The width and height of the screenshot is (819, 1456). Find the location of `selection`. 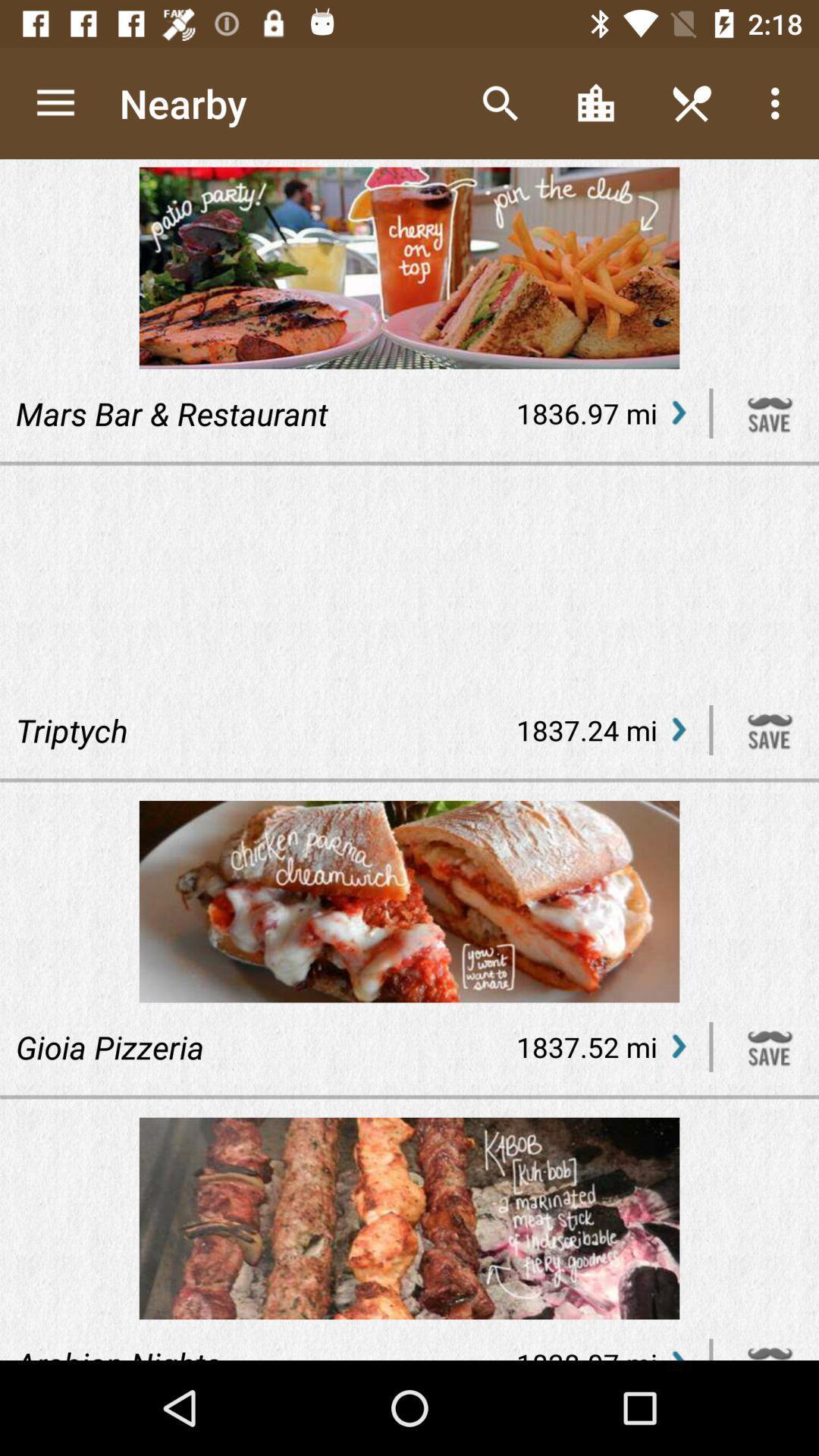

selection is located at coordinates (770, 413).